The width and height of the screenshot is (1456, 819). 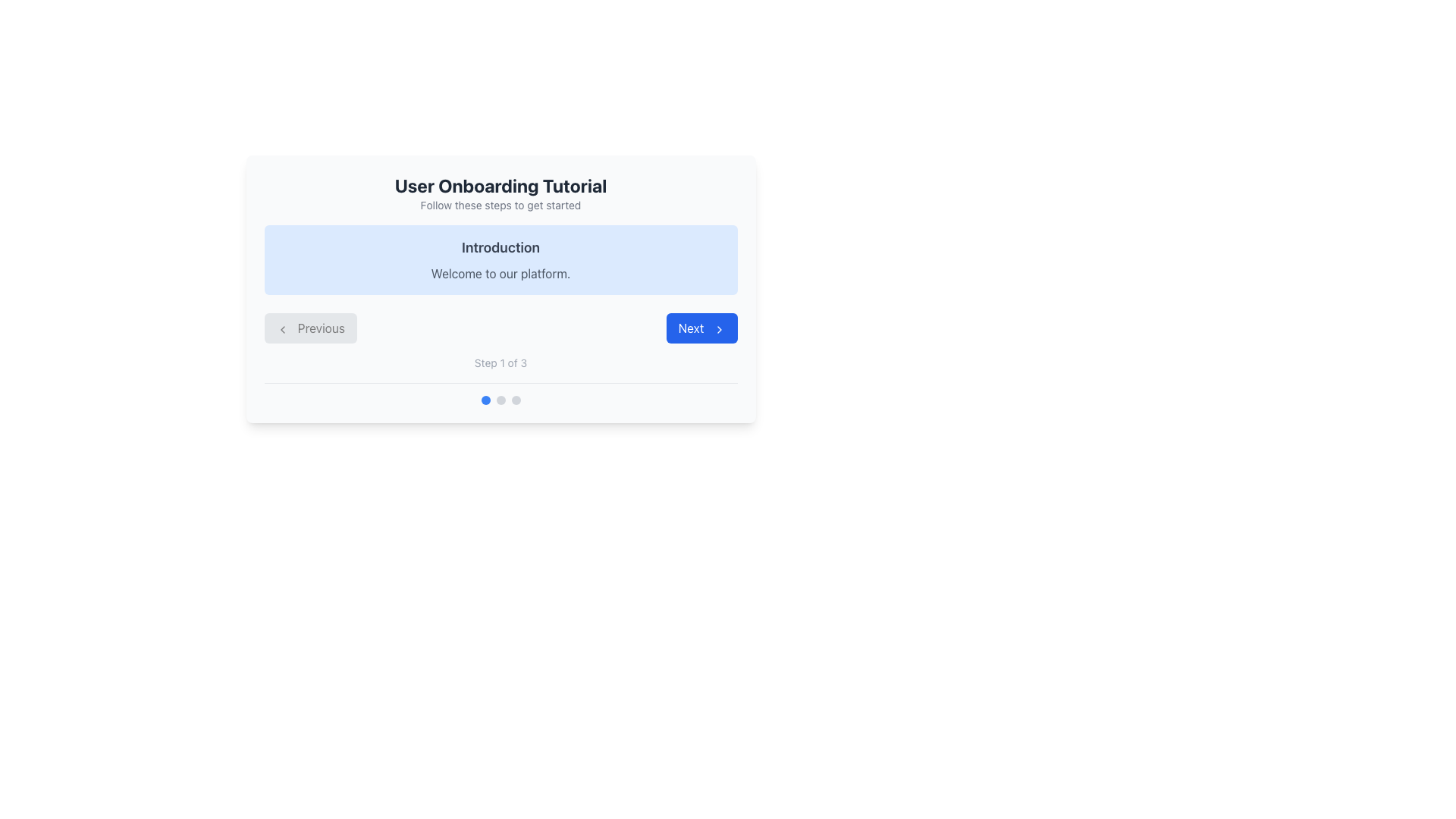 What do you see at coordinates (500, 247) in the screenshot?
I see `the text label displaying 'Introduction' in bold, dark gray color on a light blue background, which is centered above the 'Welcome to our platform' text` at bounding box center [500, 247].